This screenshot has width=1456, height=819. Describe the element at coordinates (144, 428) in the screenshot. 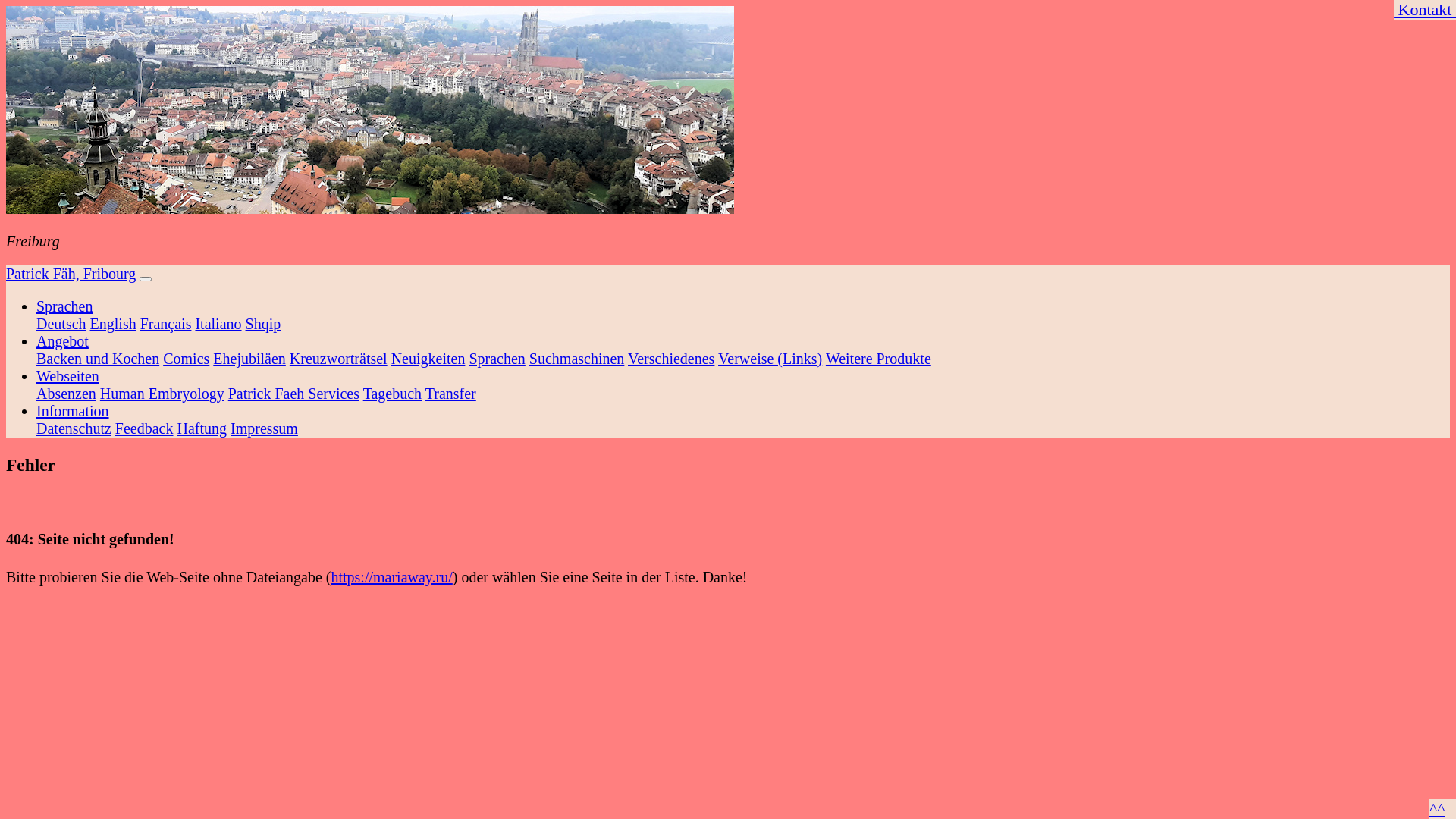

I see `'Feedback'` at that location.